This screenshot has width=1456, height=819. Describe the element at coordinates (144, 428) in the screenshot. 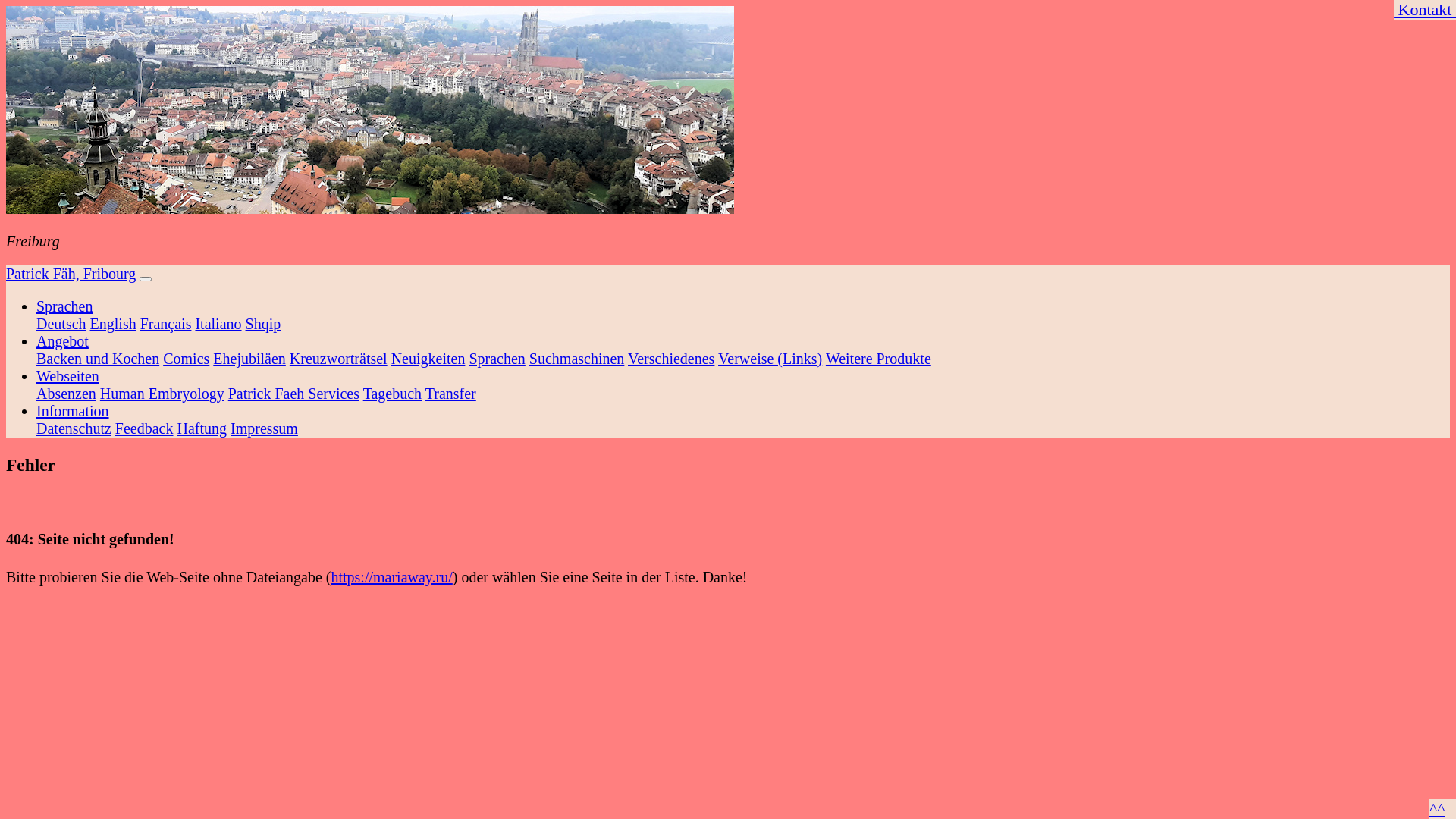

I see `'Feedback'` at that location.